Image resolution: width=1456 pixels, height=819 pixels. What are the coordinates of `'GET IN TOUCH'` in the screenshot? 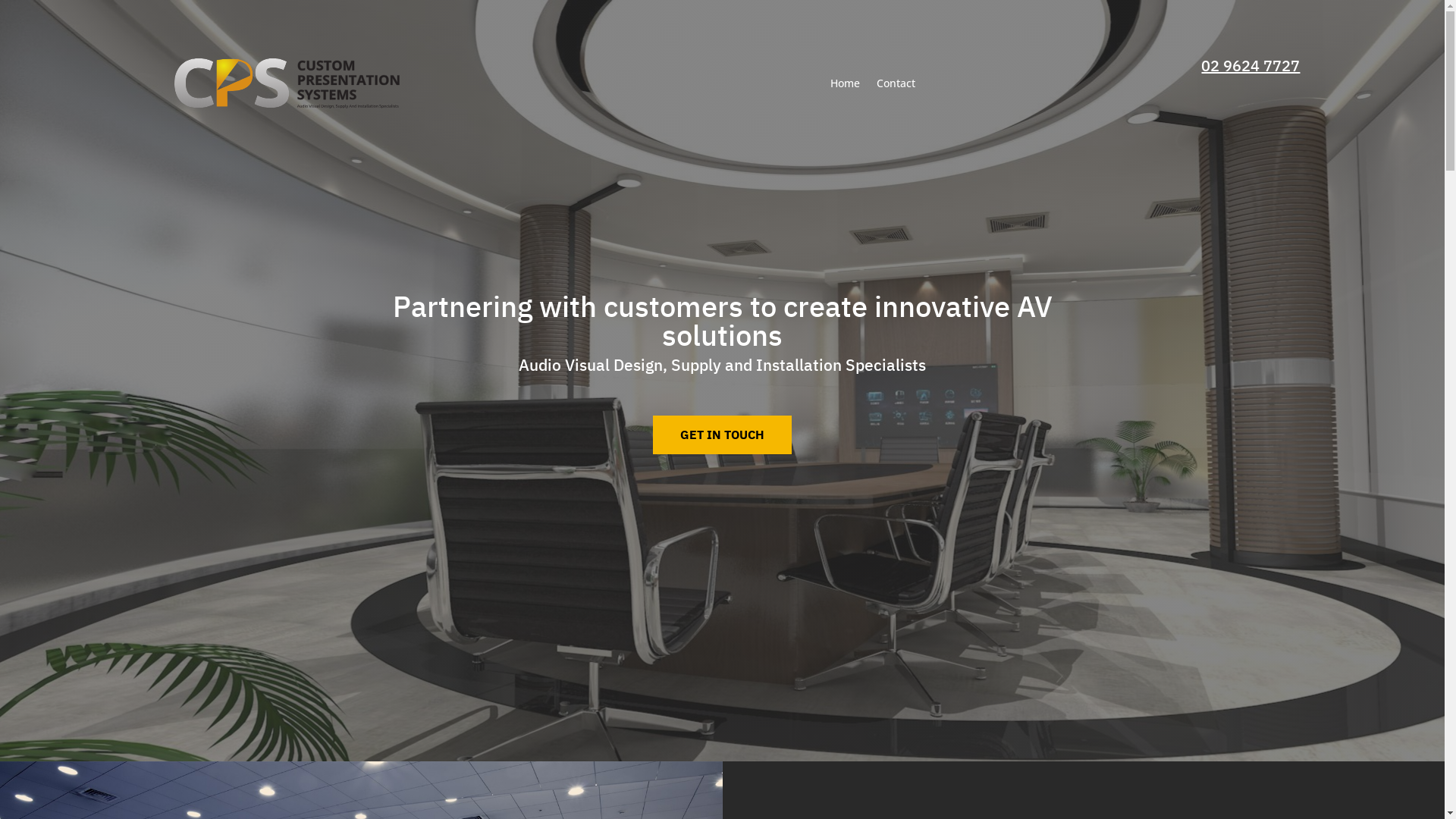 It's located at (721, 435).